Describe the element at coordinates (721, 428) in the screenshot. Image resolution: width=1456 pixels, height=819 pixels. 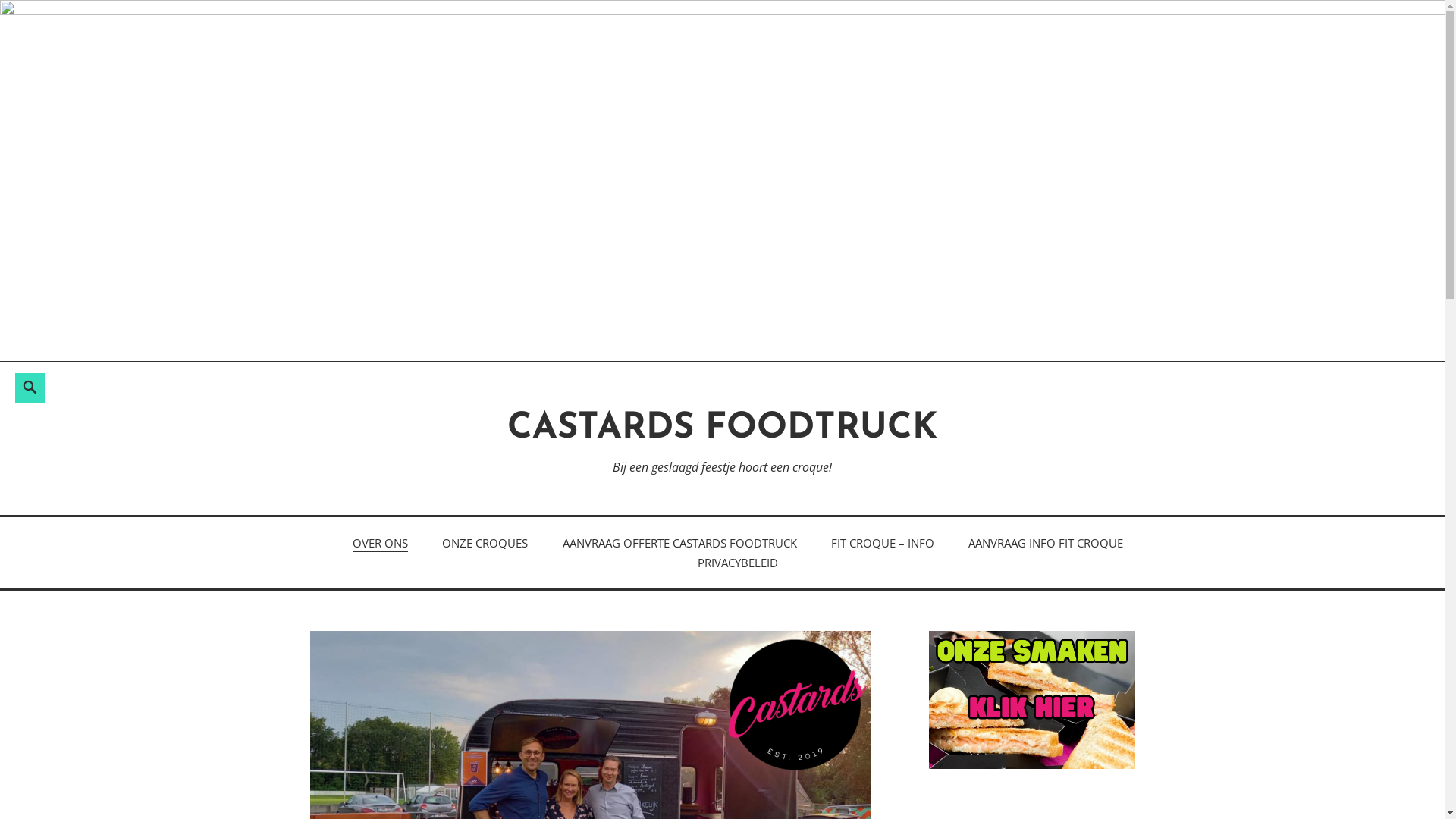
I see `'CASTARDS FOODTRUCK'` at that location.